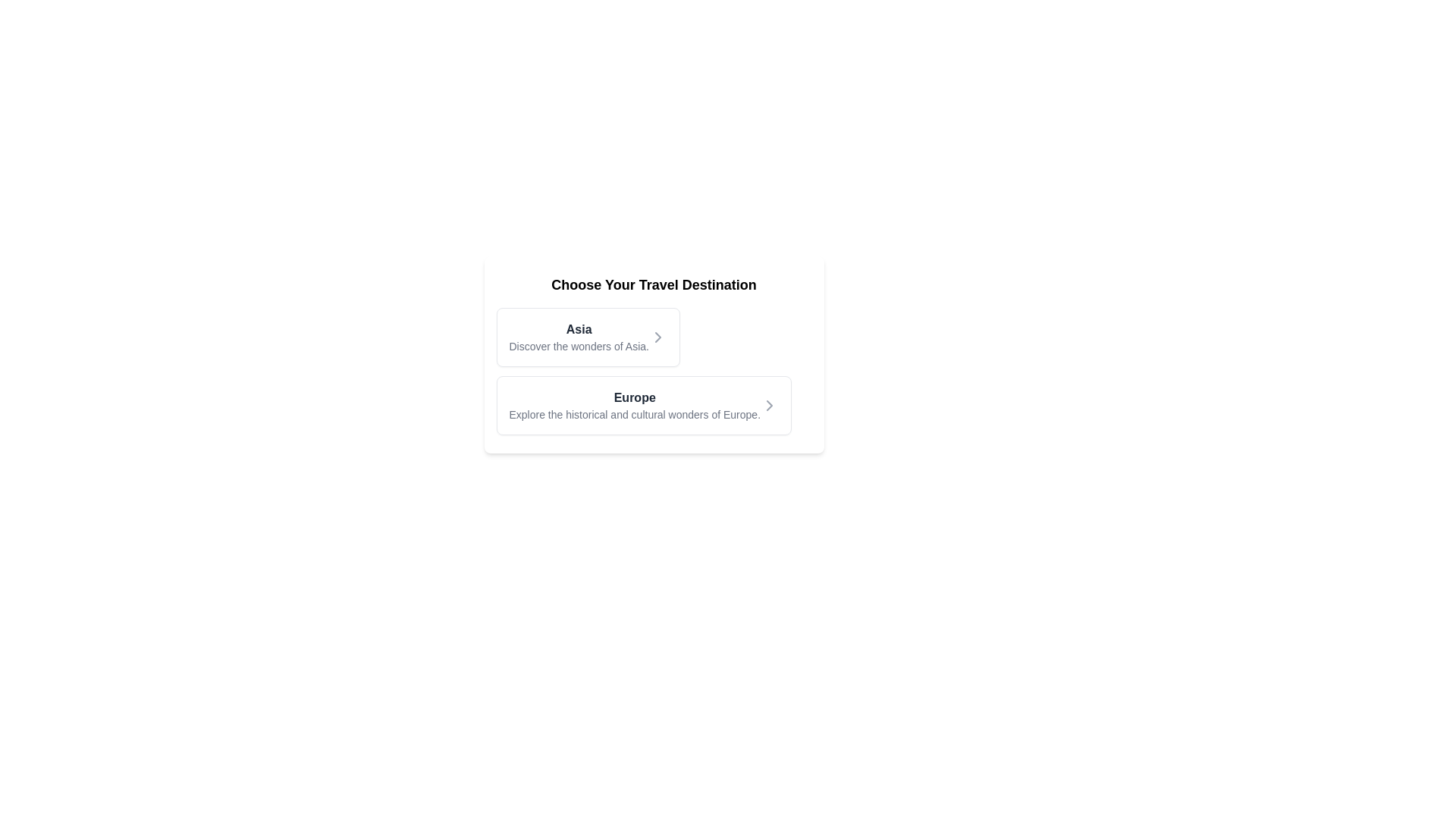 The width and height of the screenshot is (1456, 819). I want to click on the descriptive text label for the travel destination 'Asia', which is located immediately below the title text 'Asia' and above the arrow icon for navigation, so click(578, 346).